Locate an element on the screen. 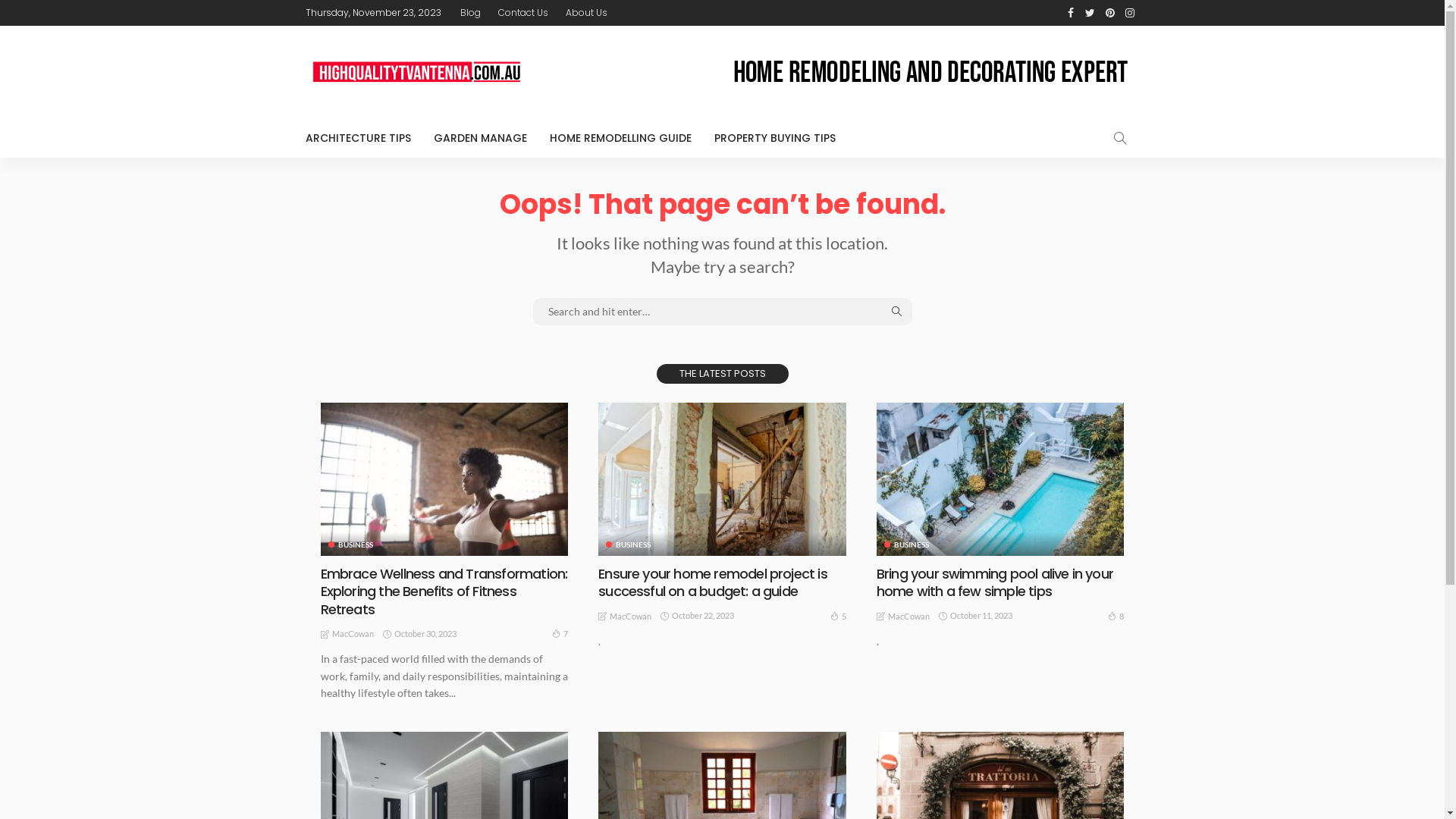  'ARCHITECTURE TIPS' is located at coordinates (362, 137).